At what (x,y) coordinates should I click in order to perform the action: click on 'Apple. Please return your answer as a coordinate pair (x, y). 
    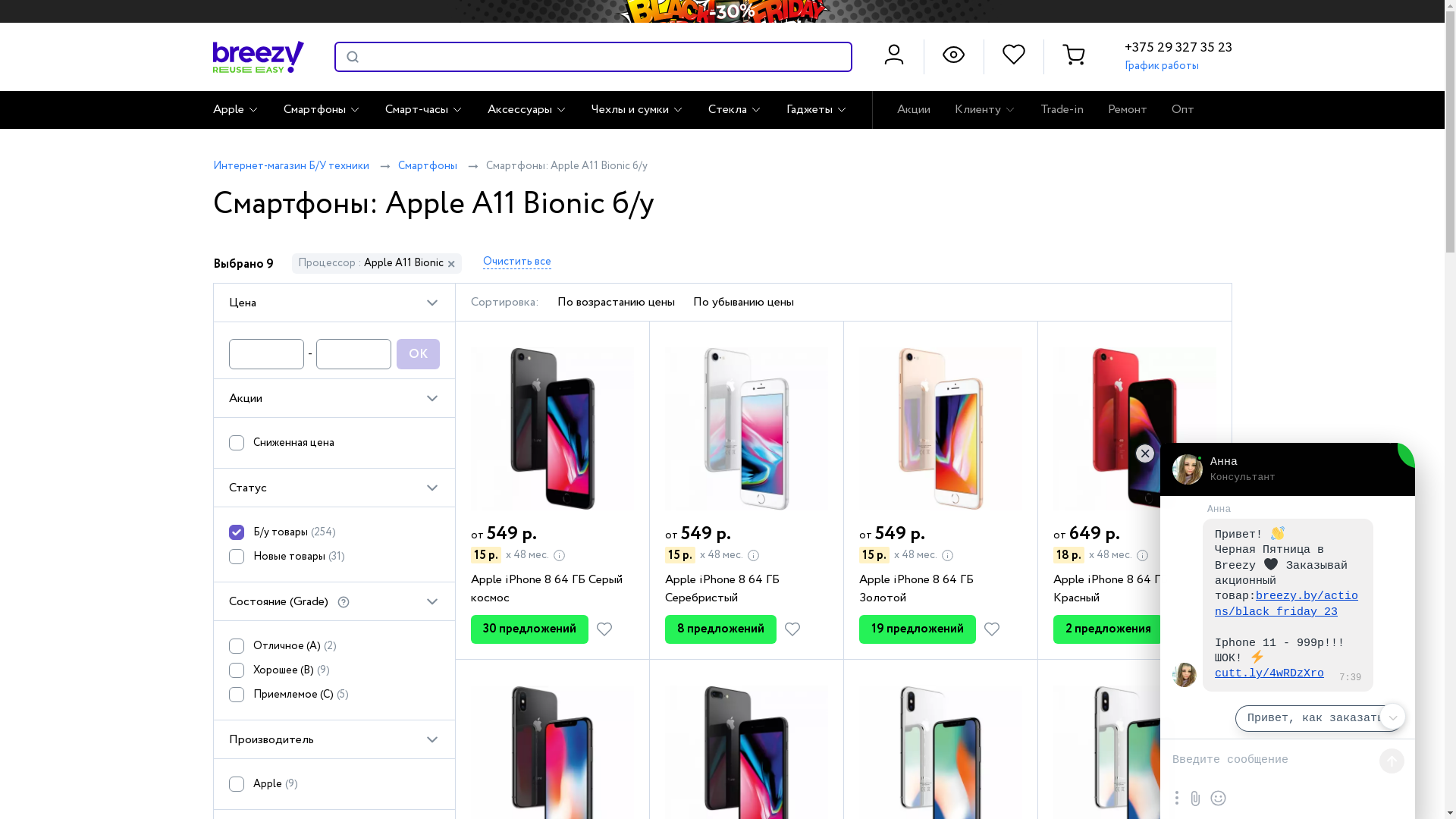
    Looking at the image, I should click on (228, 786).